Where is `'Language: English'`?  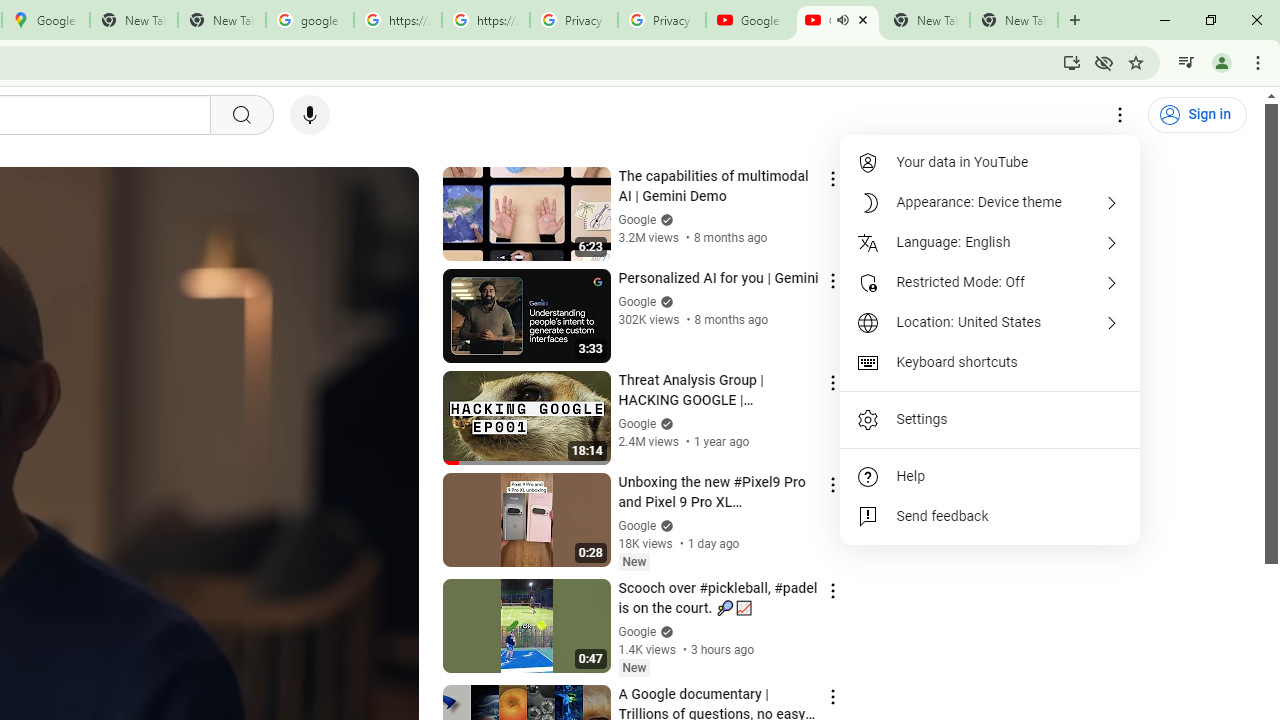 'Language: English' is located at coordinates (990, 242).